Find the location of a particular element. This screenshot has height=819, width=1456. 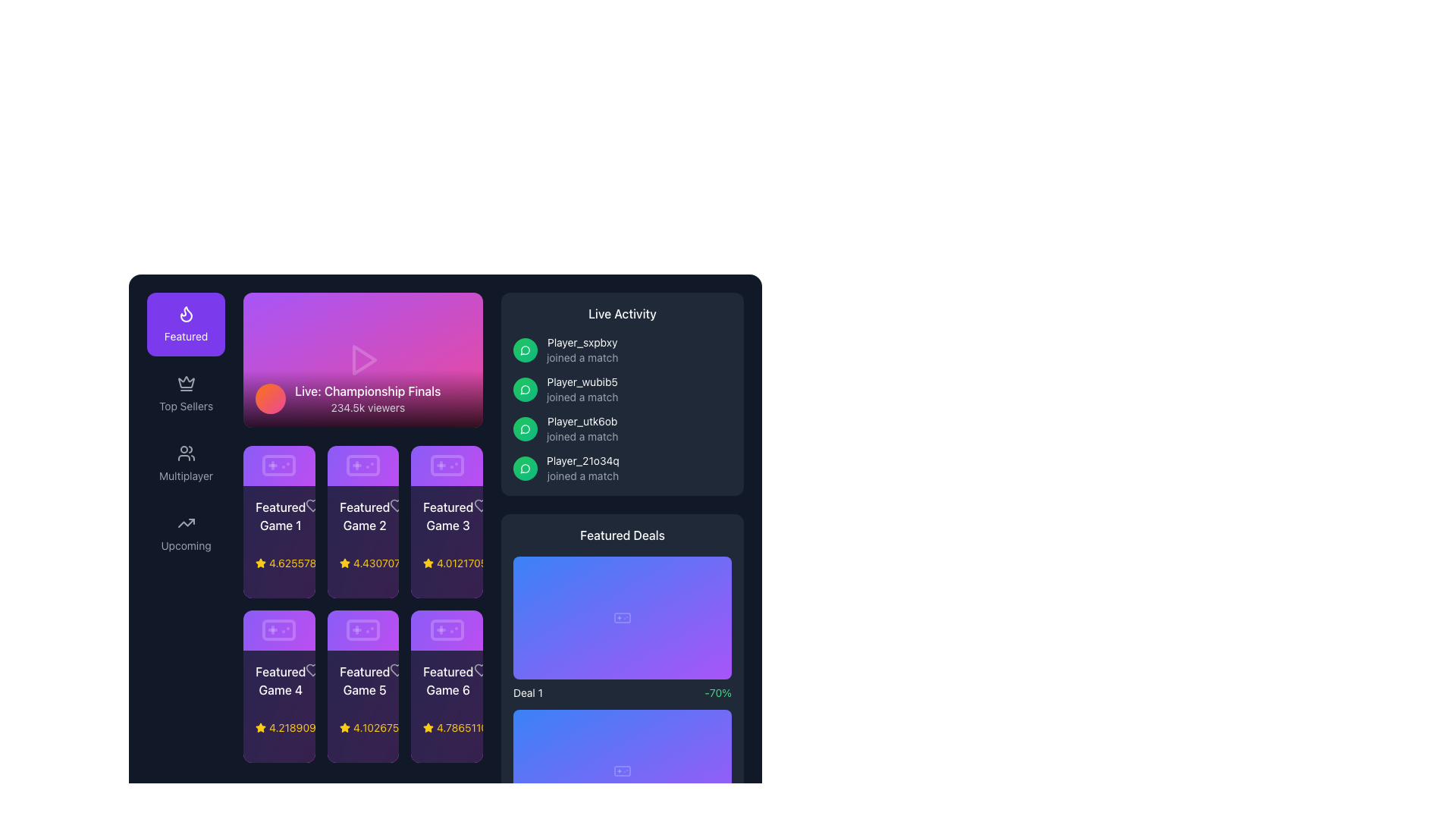

details displayed in the Label at the bottom of the gradient background area, which shows 'Live: Championship Finals' and '234.5k viewers' is located at coordinates (362, 397).